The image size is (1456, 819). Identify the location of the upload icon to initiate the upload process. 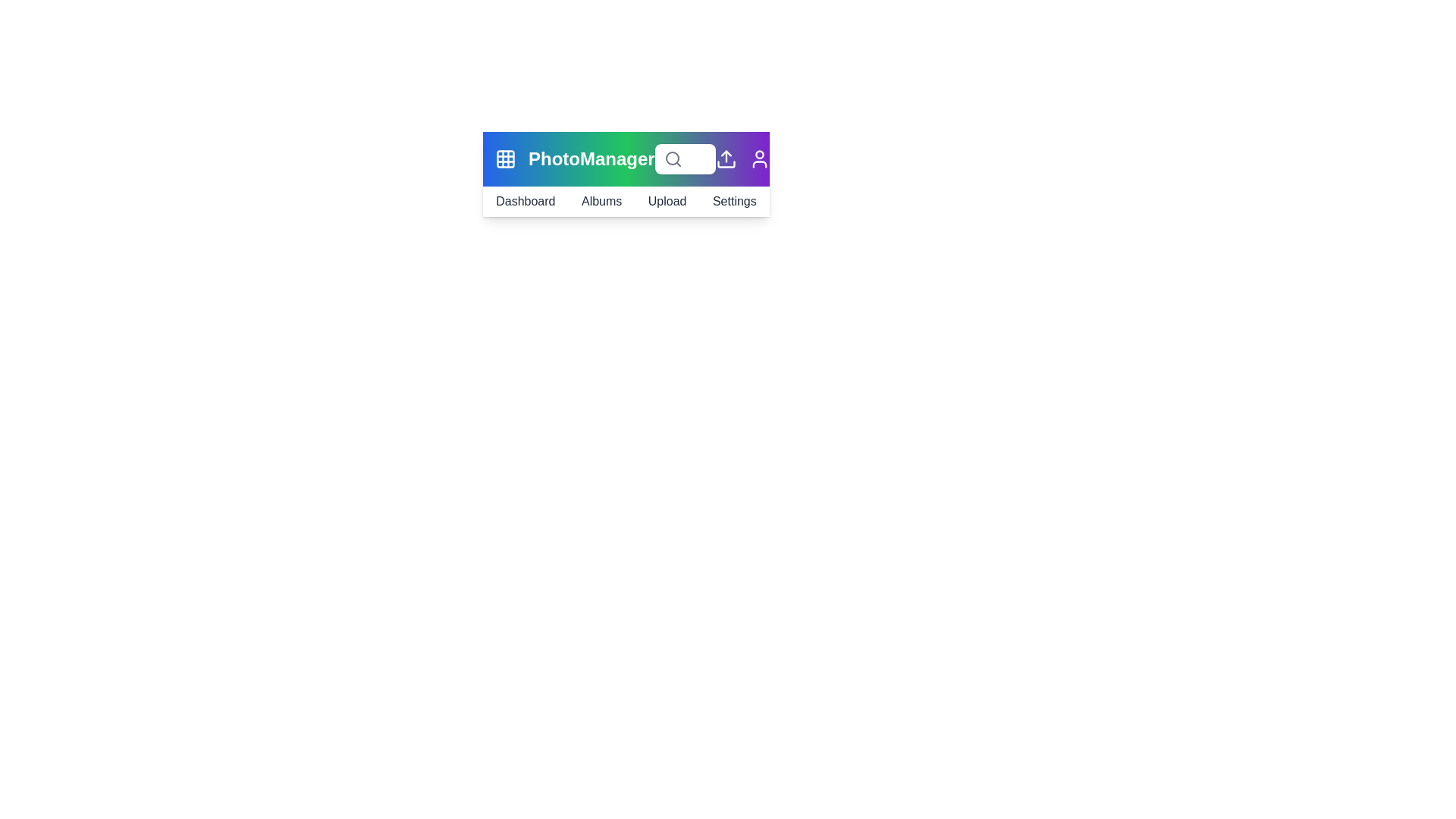
(725, 158).